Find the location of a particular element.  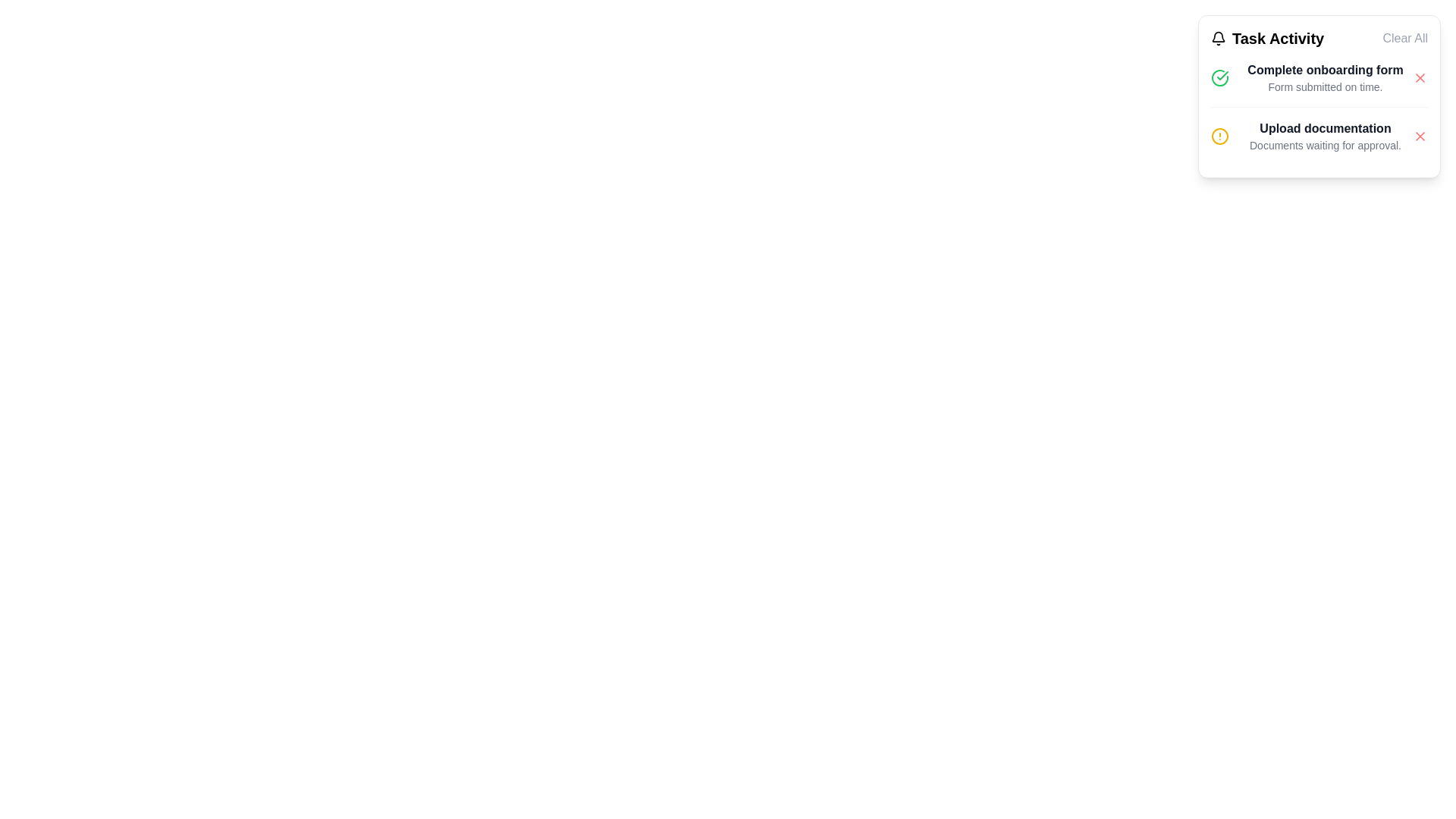

the second Task notification entry in the Task Activity panel, which contains a yellow alert icon and the text 'Upload documentation' is located at coordinates (1318, 135).